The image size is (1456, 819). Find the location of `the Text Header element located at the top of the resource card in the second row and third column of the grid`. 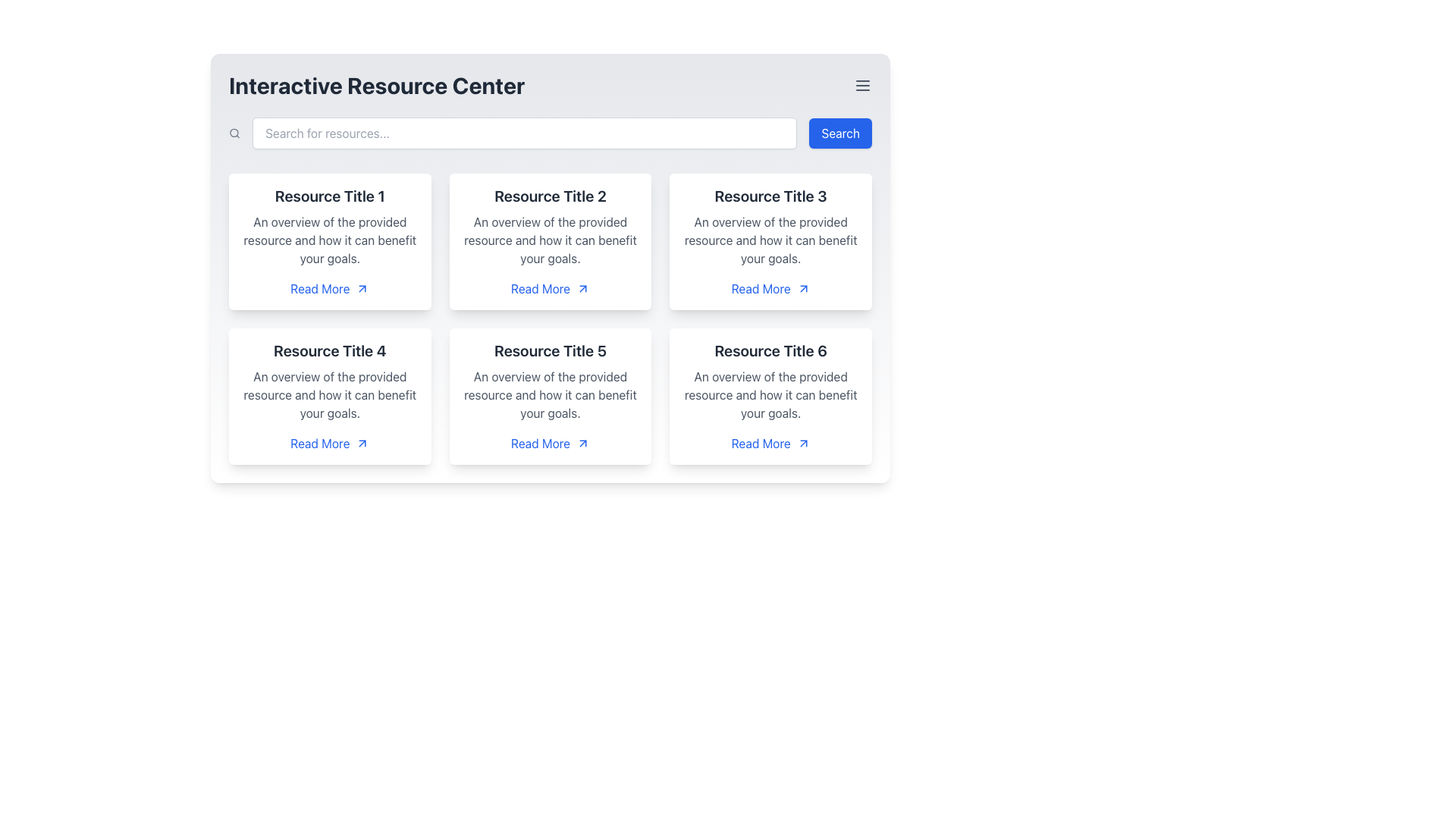

the Text Header element located at the top of the resource card in the second row and third column of the grid is located at coordinates (770, 350).